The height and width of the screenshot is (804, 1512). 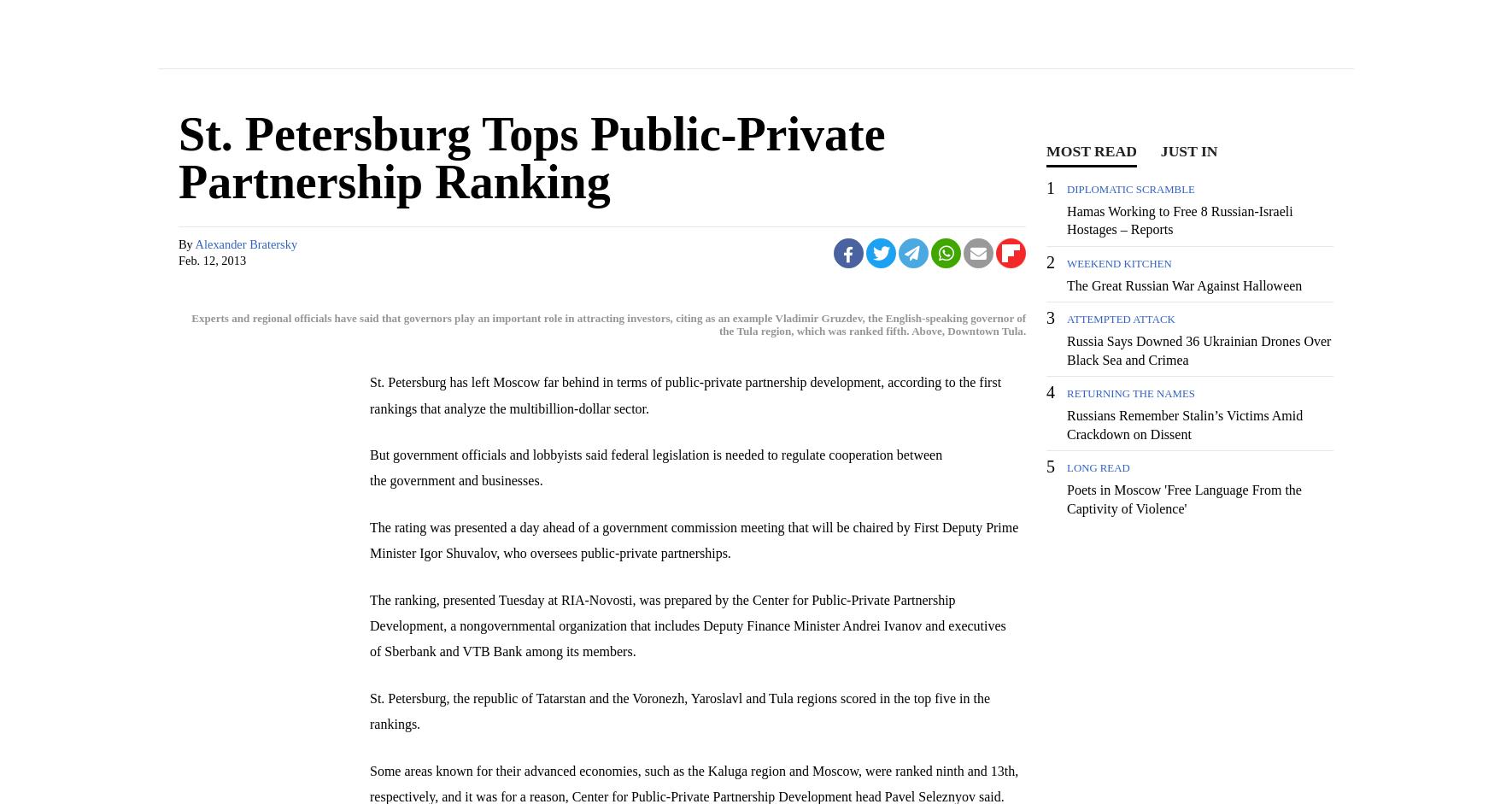 What do you see at coordinates (1090, 151) in the screenshot?
I see `'Most read'` at bounding box center [1090, 151].